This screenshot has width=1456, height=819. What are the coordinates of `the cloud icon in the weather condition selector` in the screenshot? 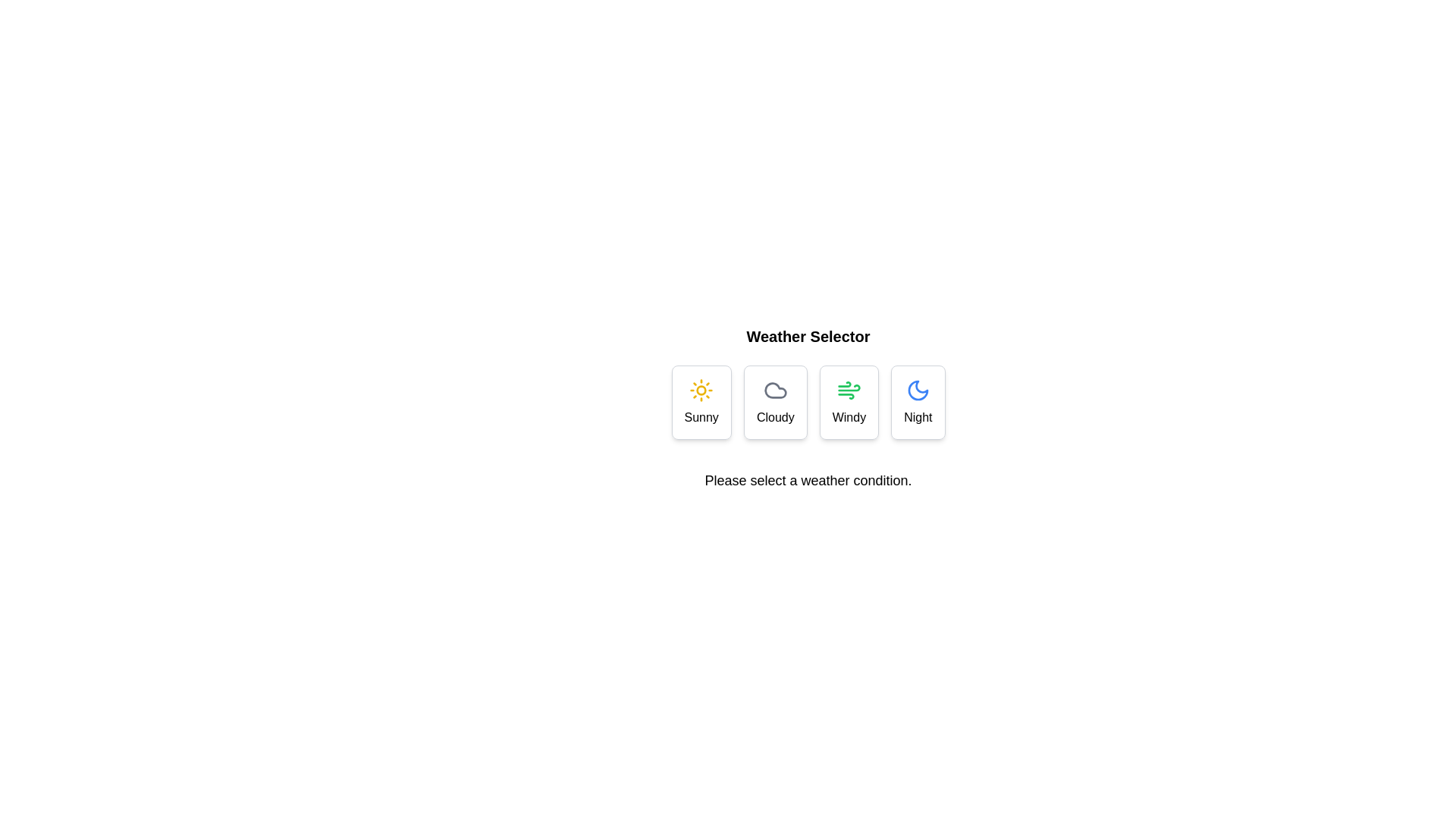 It's located at (775, 390).